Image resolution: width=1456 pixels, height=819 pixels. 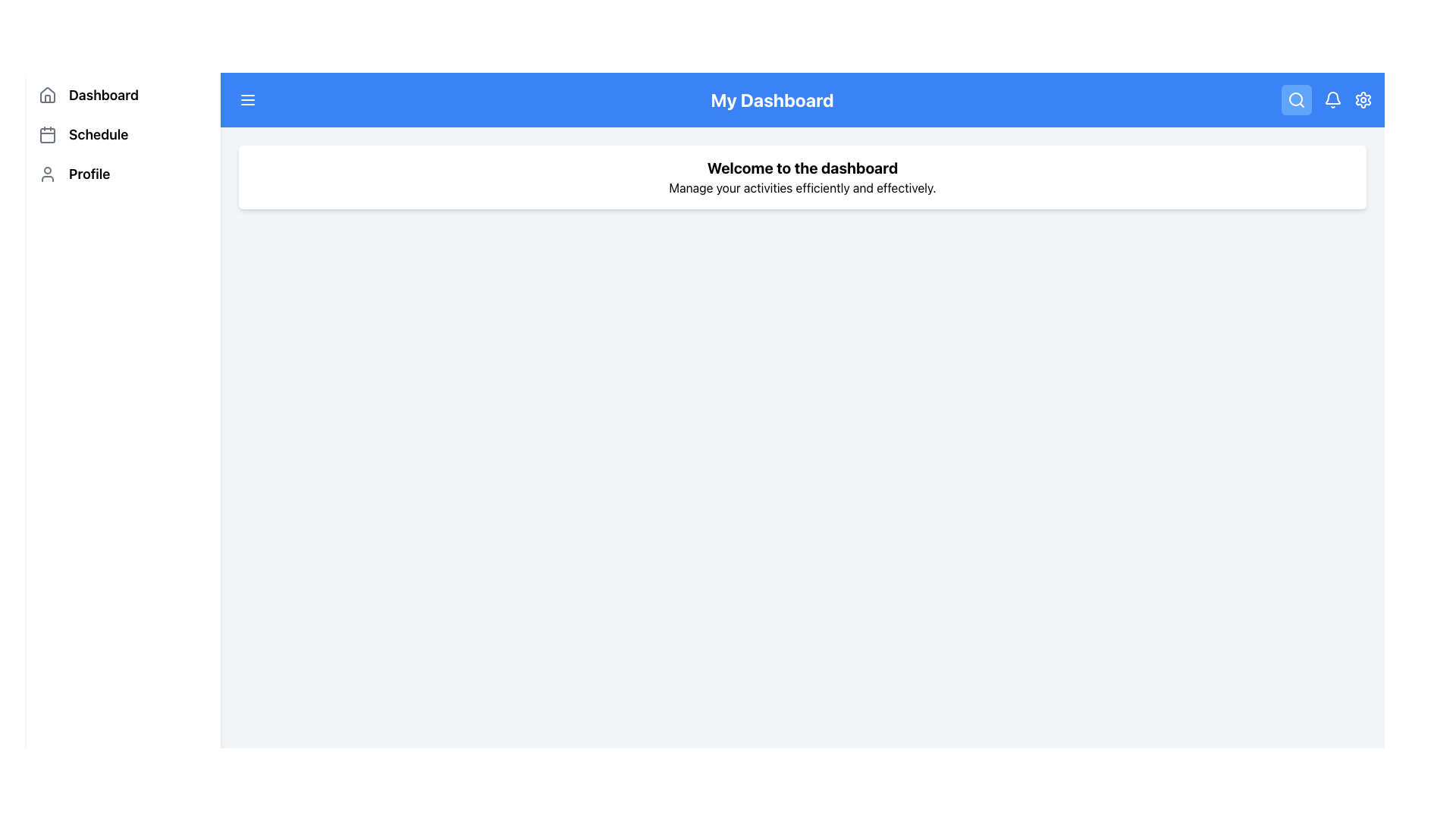 I want to click on the 'Schedule' navigation label for keyboard navigation, so click(x=98, y=133).